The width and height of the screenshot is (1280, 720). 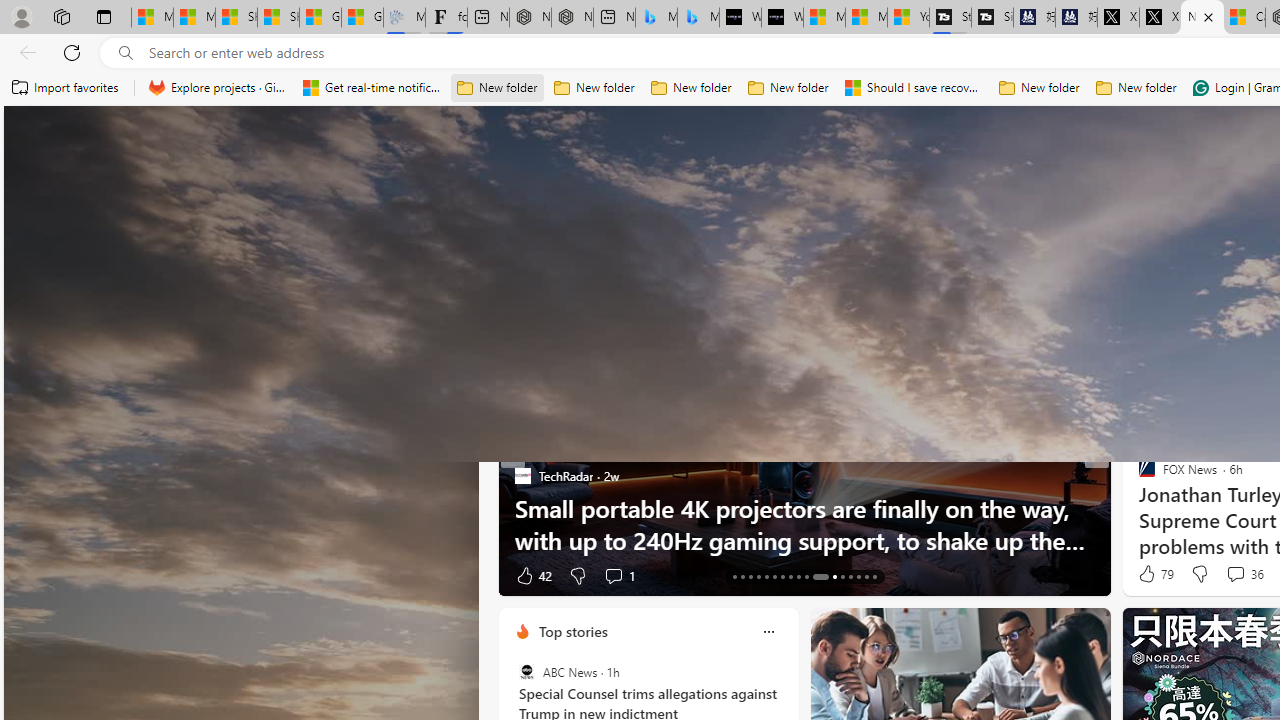 What do you see at coordinates (1234, 575) in the screenshot?
I see `'View comments 17 Comment'` at bounding box center [1234, 575].